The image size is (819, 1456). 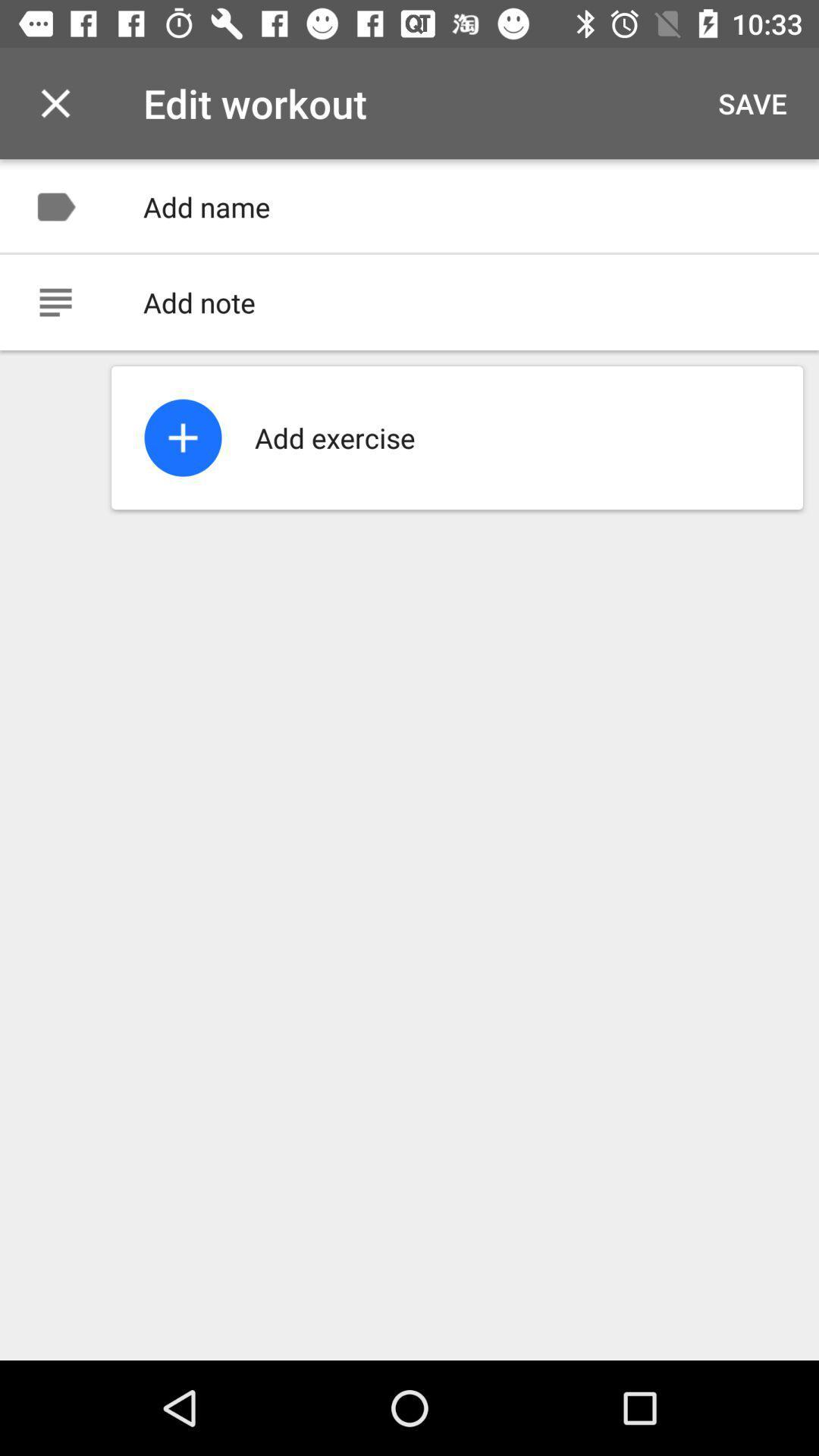 What do you see at coordinates (752, 102) in the screenshot?
I see `the item at the top right corner` at bounding box center [752, 102].